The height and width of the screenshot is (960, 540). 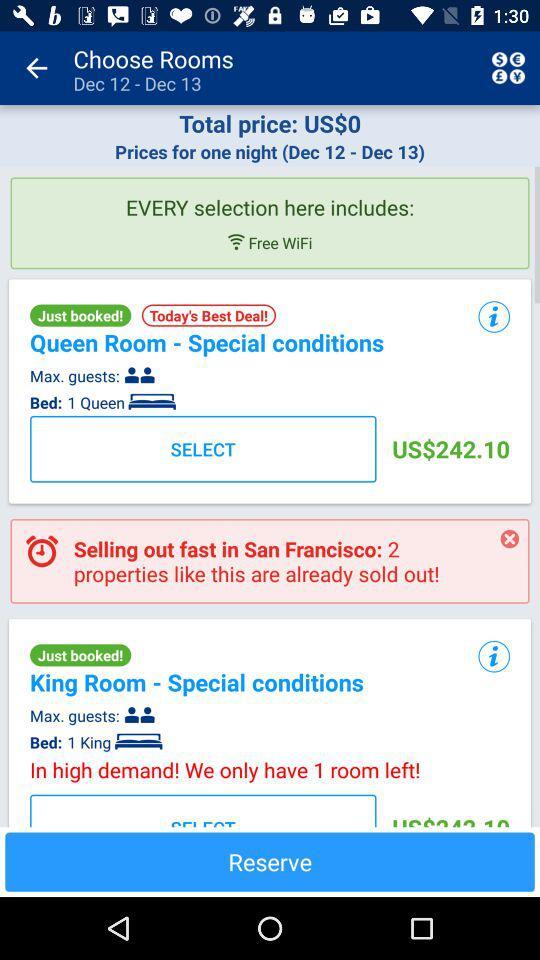 What do you see at coordinates (270, 199) in the screenshot?
I see `every selection here item` at bounding box center [270, 199].